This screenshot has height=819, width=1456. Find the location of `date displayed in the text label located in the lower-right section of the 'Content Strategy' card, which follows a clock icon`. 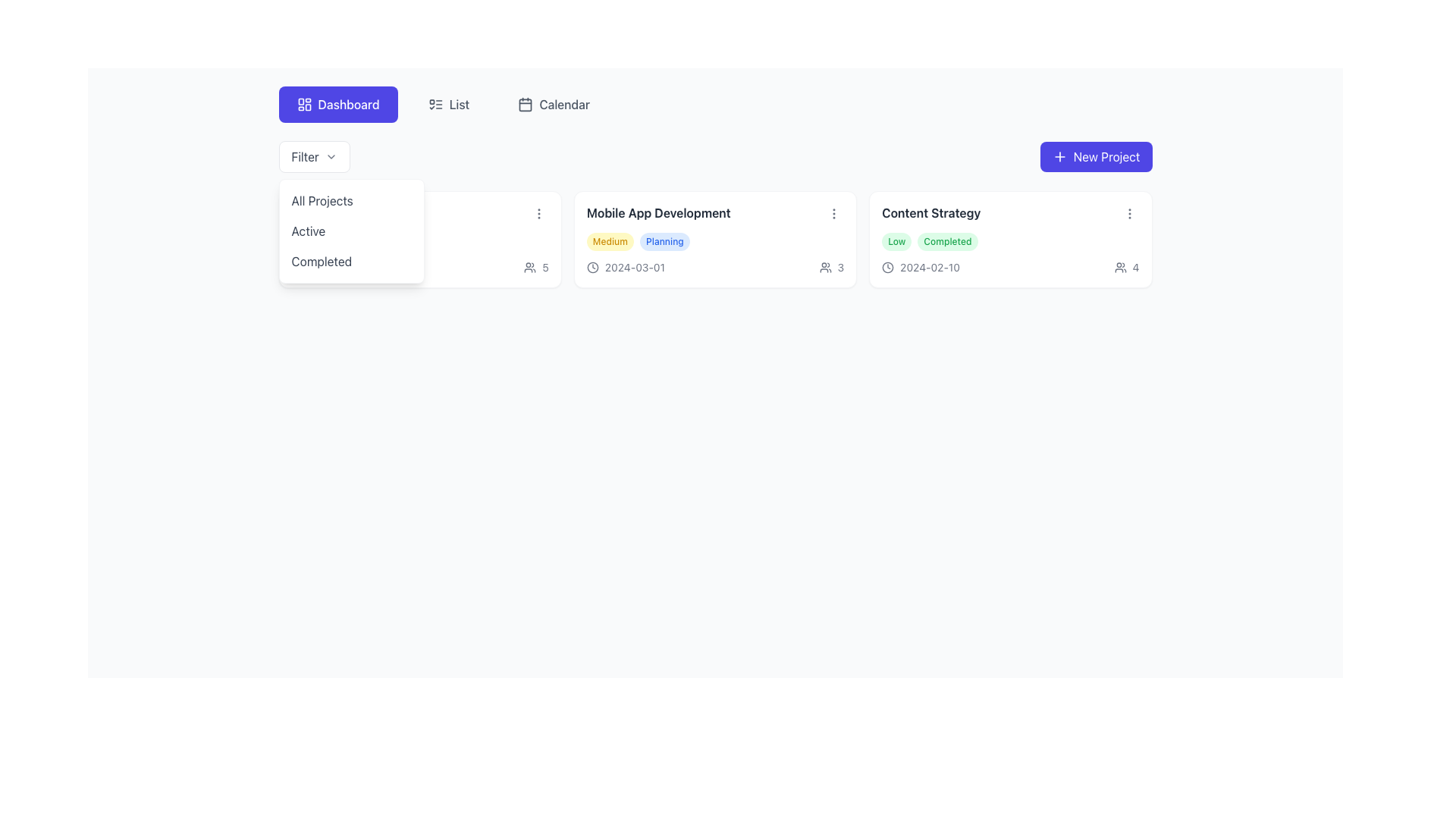

date displayed in the text label located in the lower-right section of the 'Content Strategy' card, which follows a clock icon is located at coordinates (929, 267).